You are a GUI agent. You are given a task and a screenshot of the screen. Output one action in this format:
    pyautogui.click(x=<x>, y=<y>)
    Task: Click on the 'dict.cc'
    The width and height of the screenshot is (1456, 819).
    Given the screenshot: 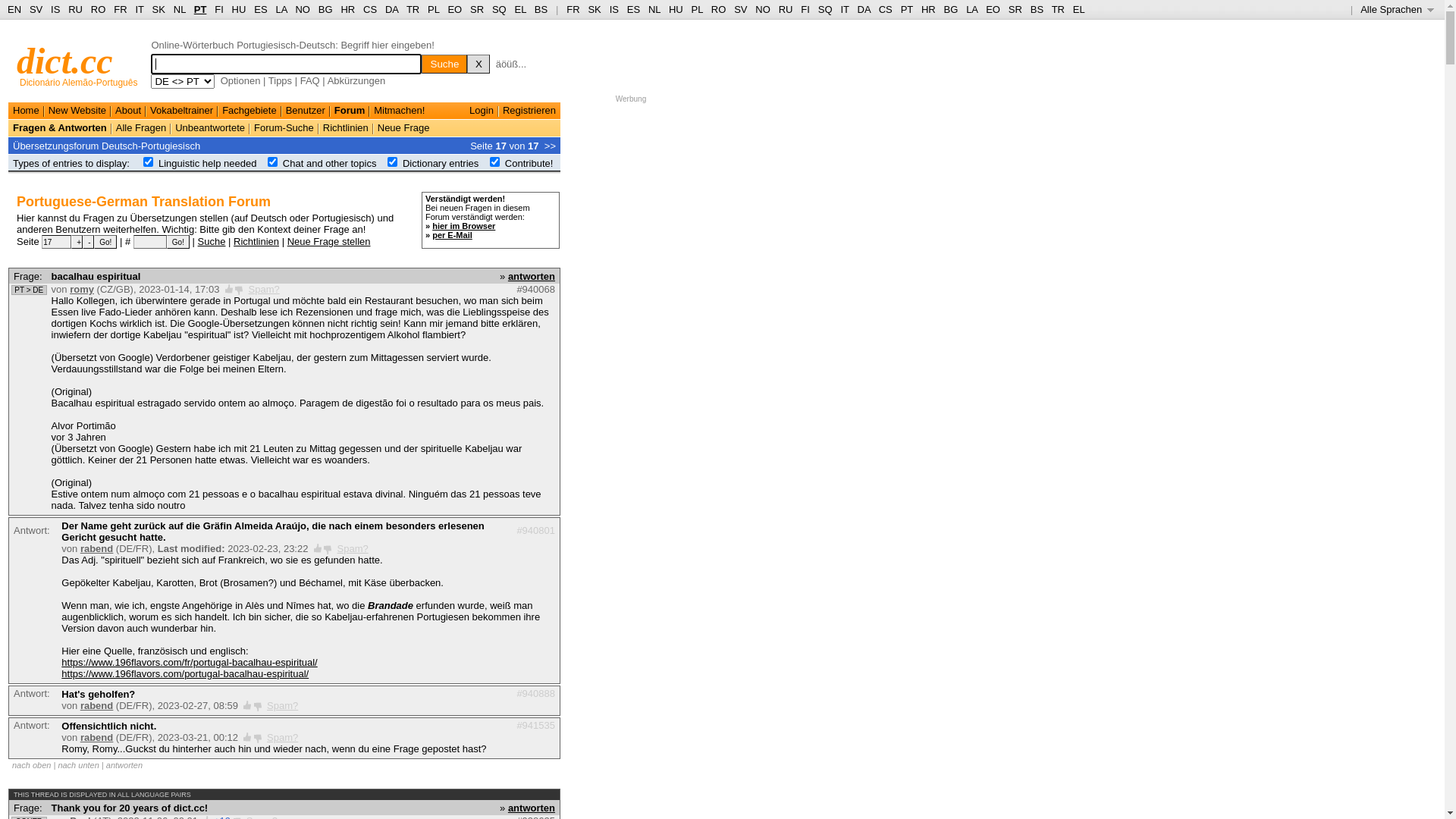 What is the action you would take?
    pyautogui.click(x=64, y=60)
    